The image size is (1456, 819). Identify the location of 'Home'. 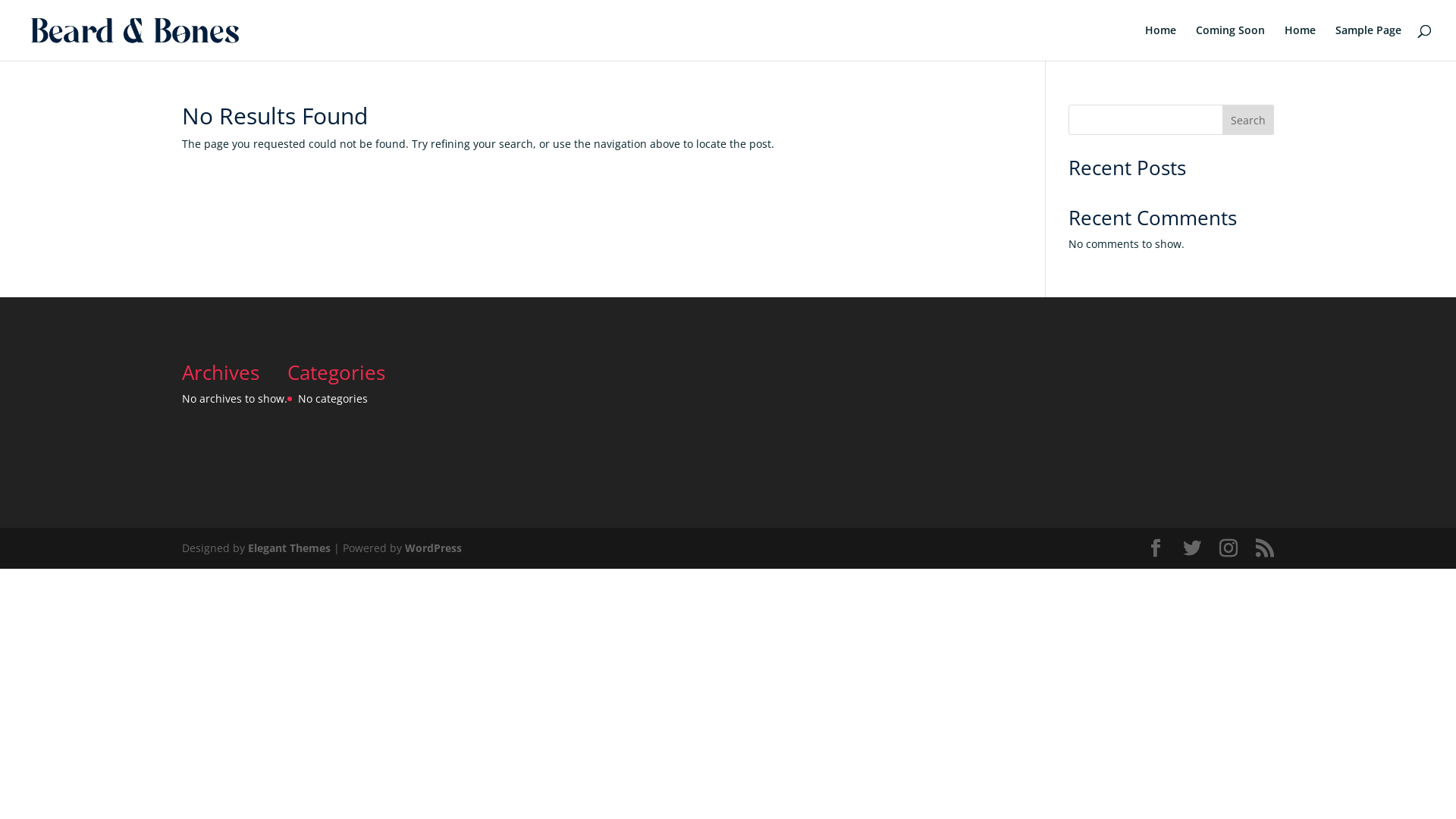
(1299, 42).